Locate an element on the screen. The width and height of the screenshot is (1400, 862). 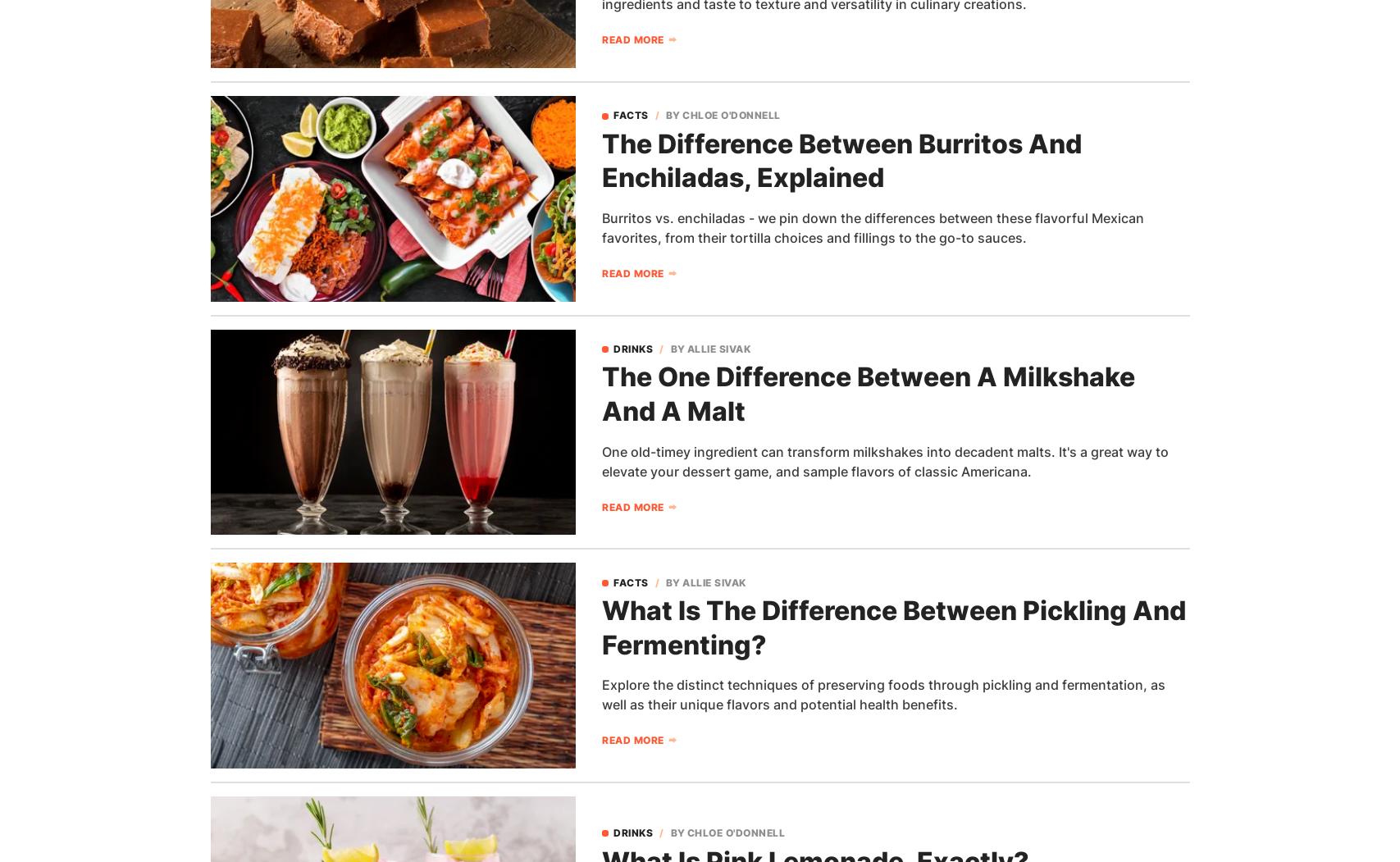
'Explore the distinct techniques of preserving foods through pickling and fermentation, as well as their unique flavors and potential health benefits.' is located at coordinates (882, 695).